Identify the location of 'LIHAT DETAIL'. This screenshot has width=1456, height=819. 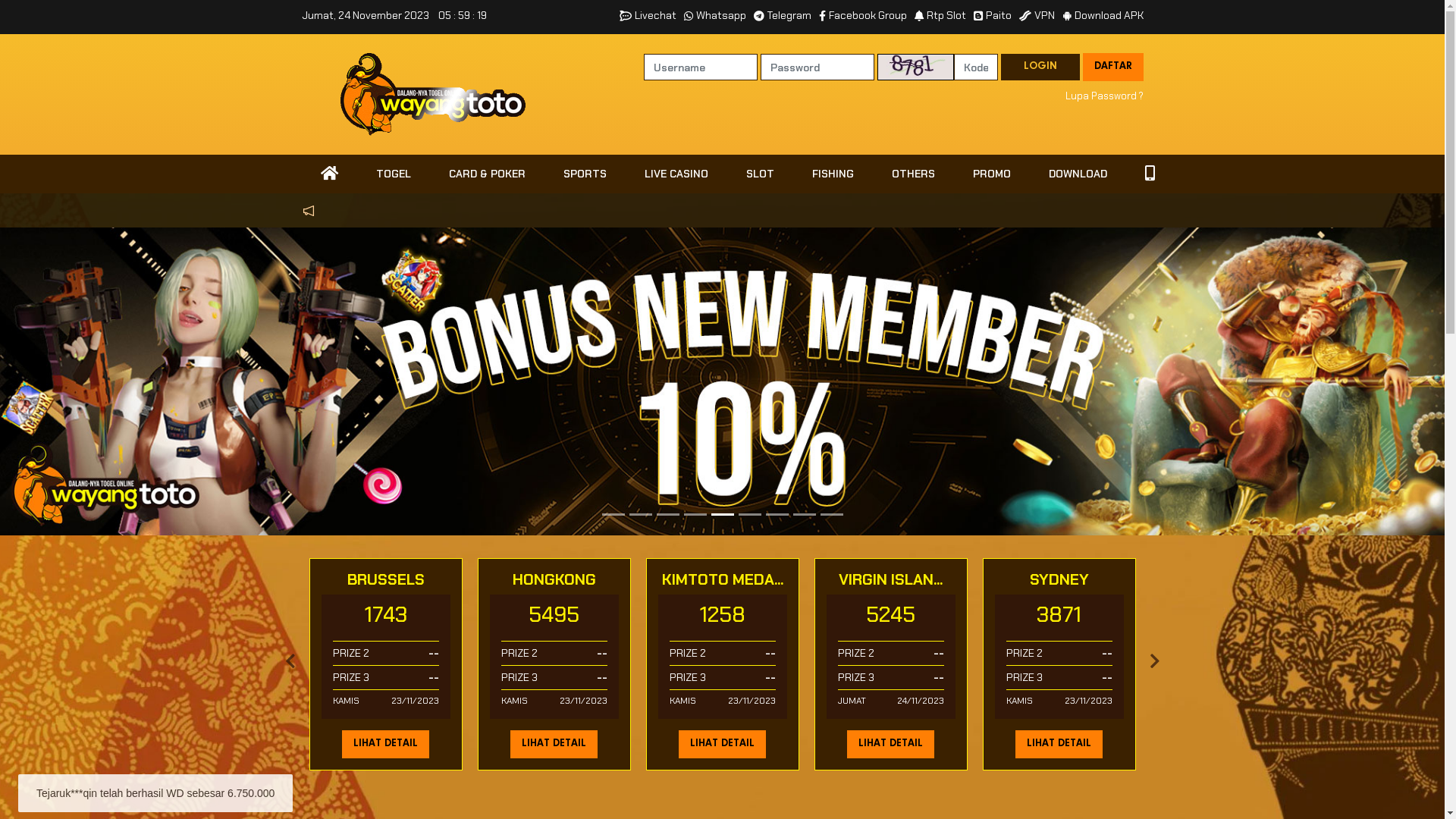
(385, 743).